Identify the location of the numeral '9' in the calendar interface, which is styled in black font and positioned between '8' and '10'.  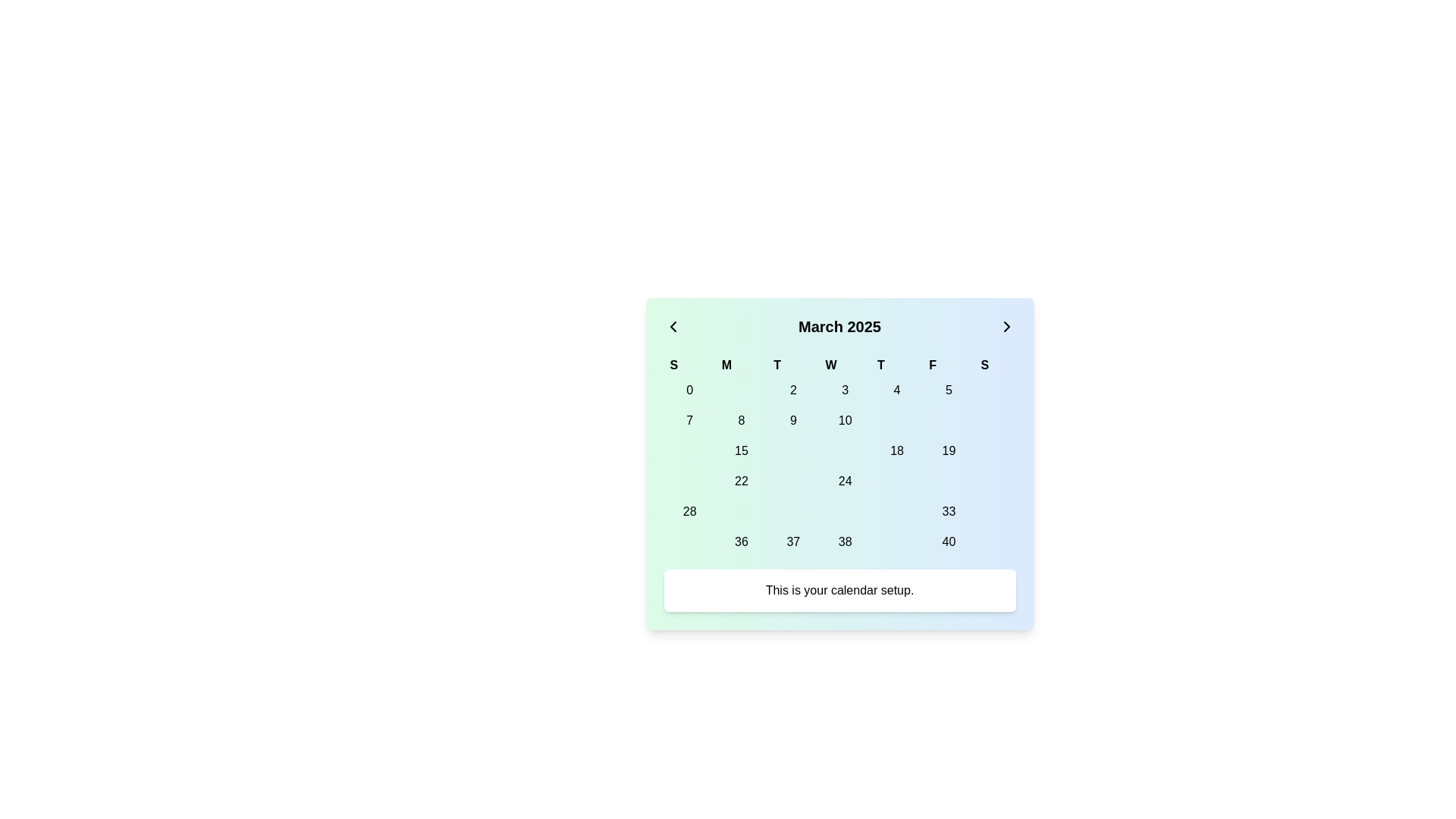
(792, 421).